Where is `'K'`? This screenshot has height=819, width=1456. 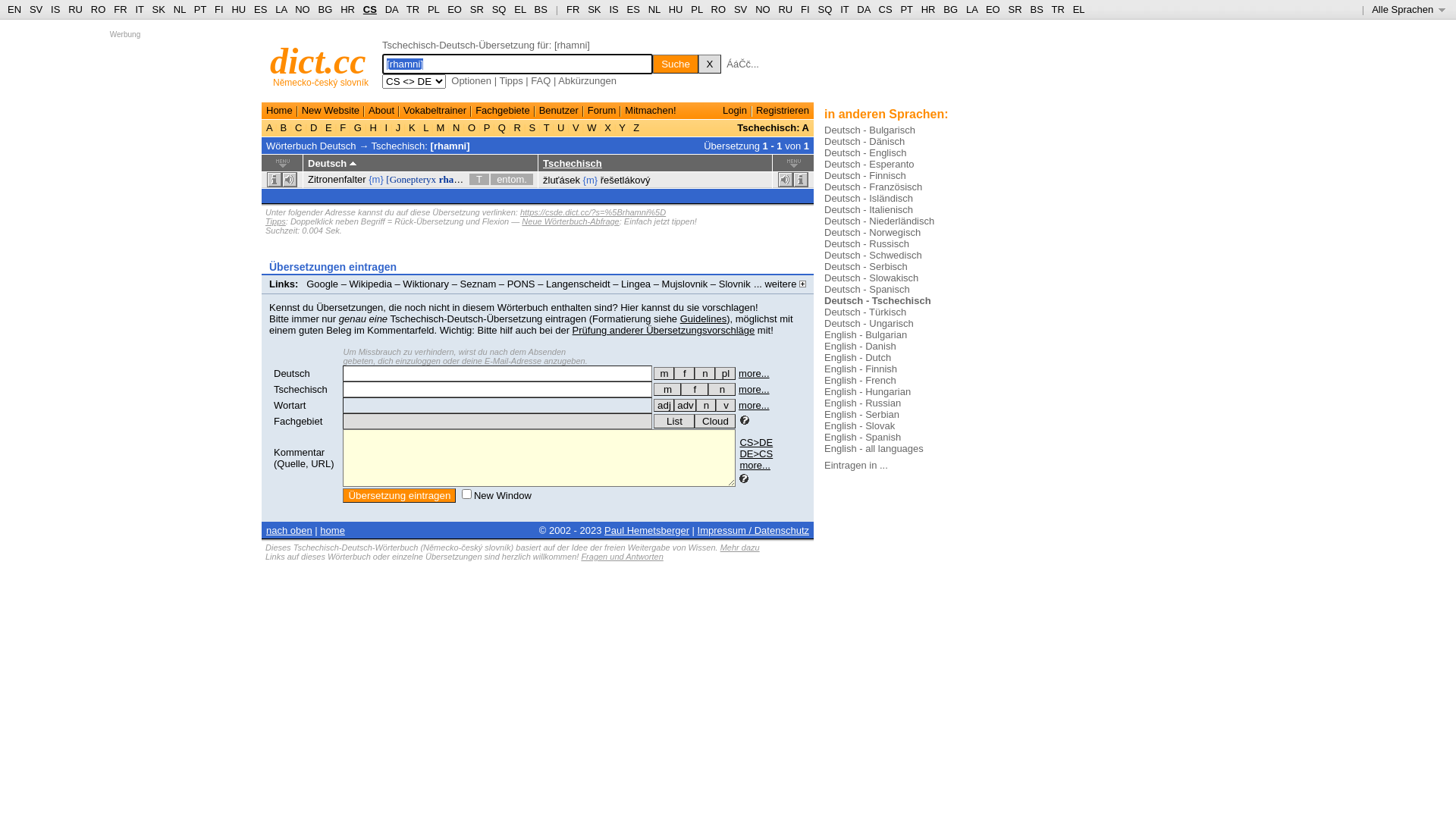 'K' is located at coordinates (411, 127).